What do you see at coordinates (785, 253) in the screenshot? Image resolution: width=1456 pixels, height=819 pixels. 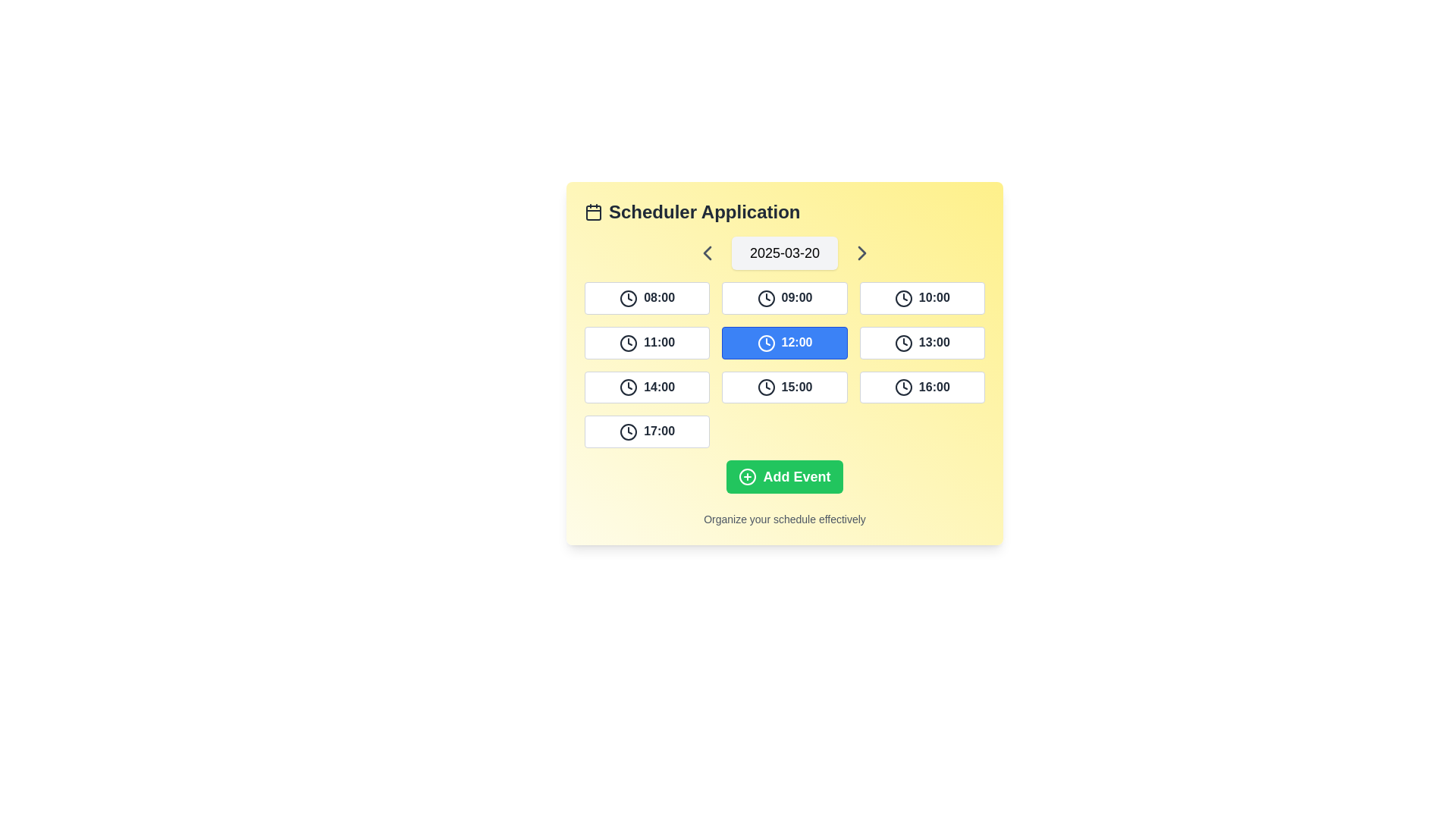 I see `the date display area showing '2025-03-20' for potential interactions, located at the center top of the yellow 'Scheduler Application' panel` at bounding box center [785, 253].